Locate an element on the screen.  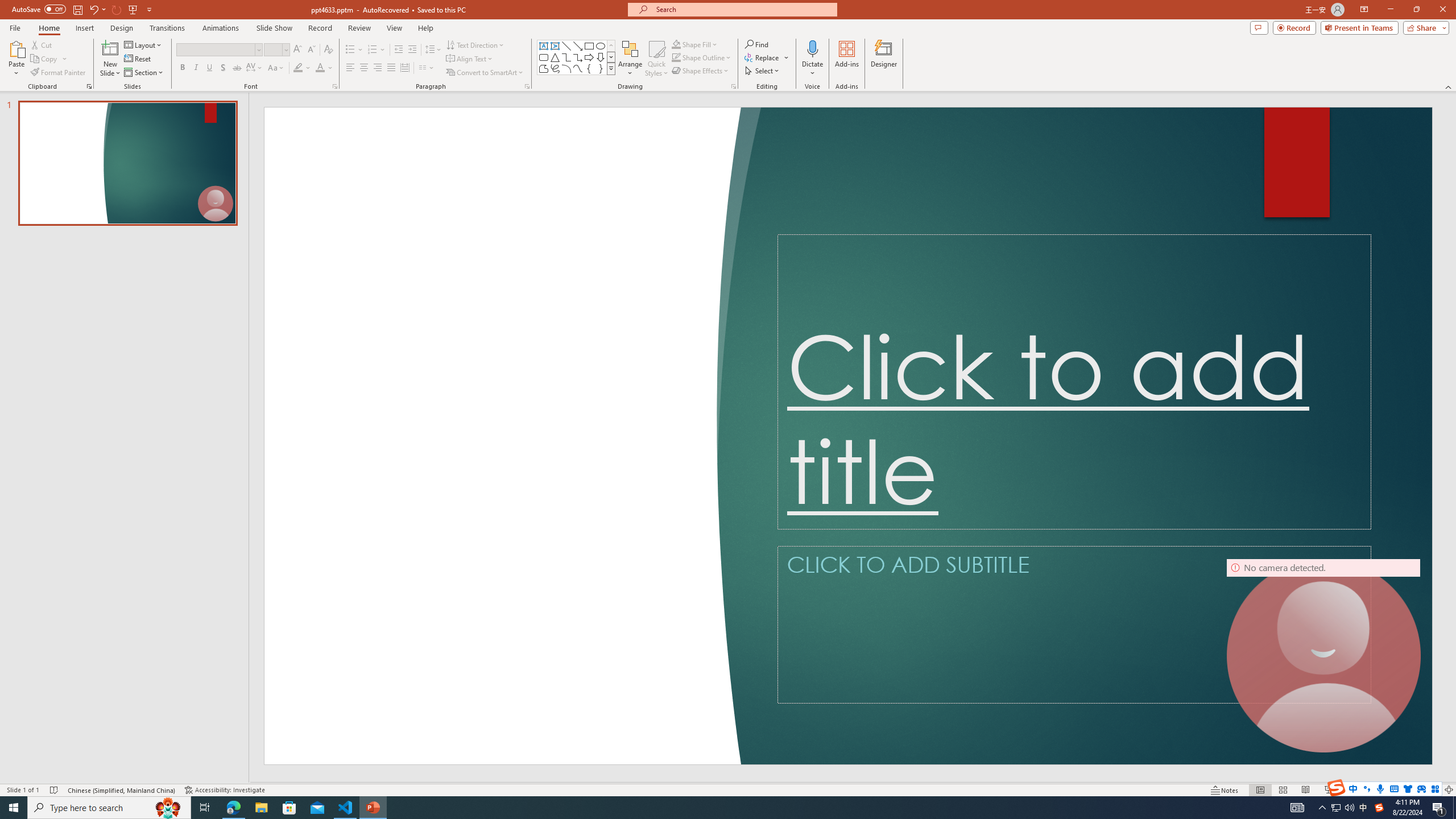
'Find...' is located at coordinates (756, 44).